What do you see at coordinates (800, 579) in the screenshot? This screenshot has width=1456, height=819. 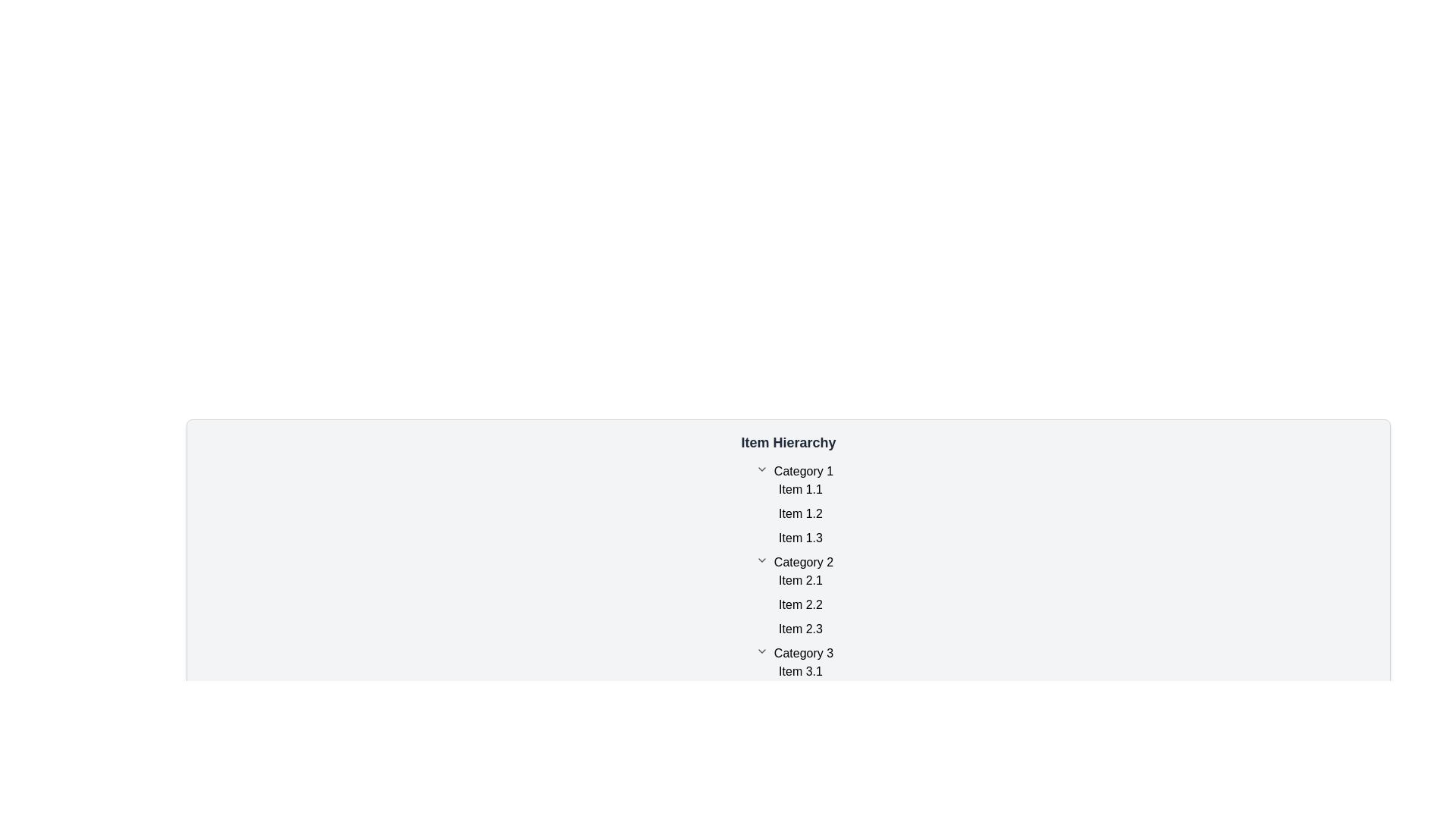 I see `the text label displaying 'Item 2.1' which is the first item under 'Category 2' in the 'Item Hierarchy' list` at bounding box center [800, 579].